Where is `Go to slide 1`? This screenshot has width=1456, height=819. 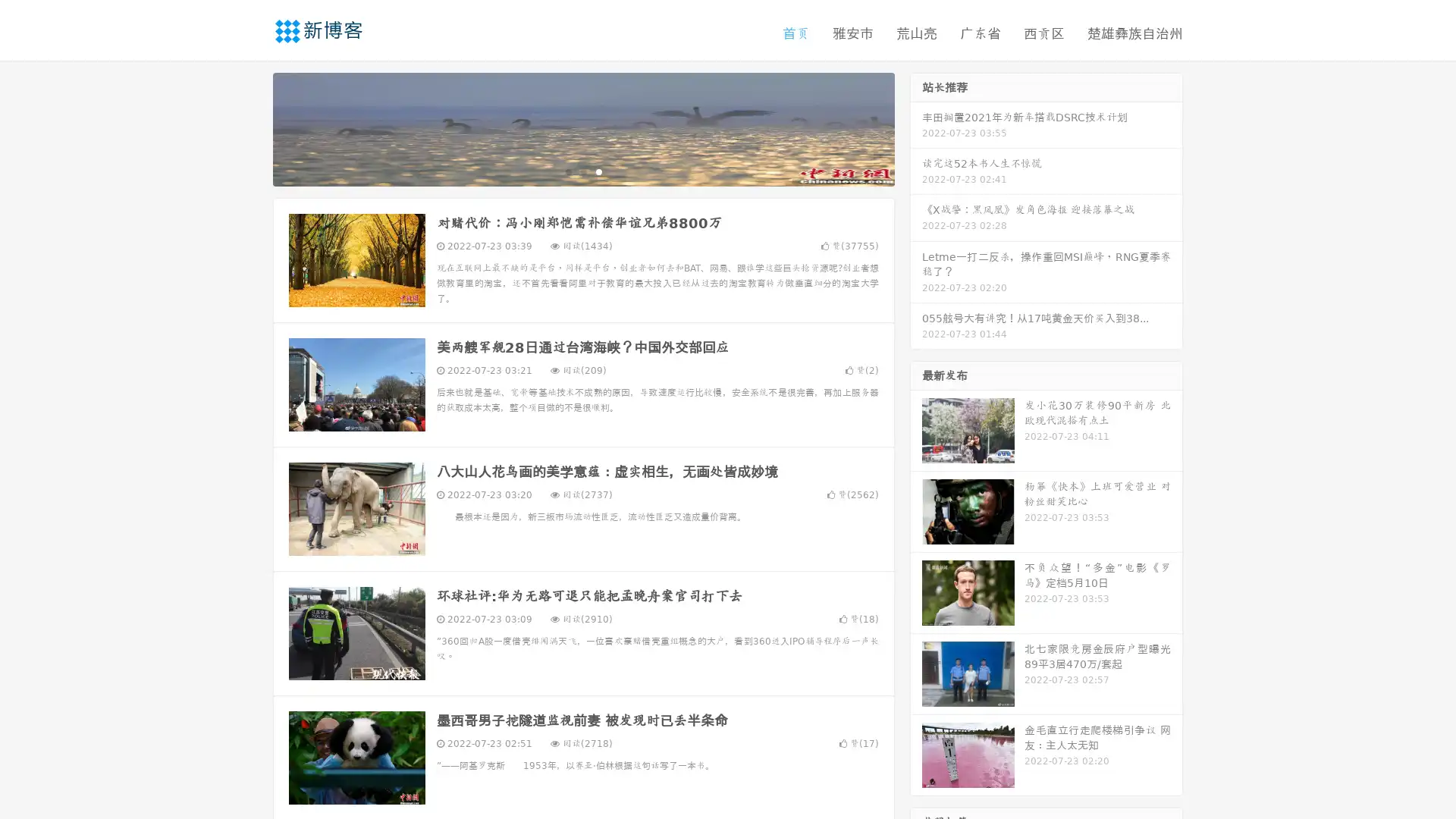 Go to slide 1 is located at coordinates (567, 171).